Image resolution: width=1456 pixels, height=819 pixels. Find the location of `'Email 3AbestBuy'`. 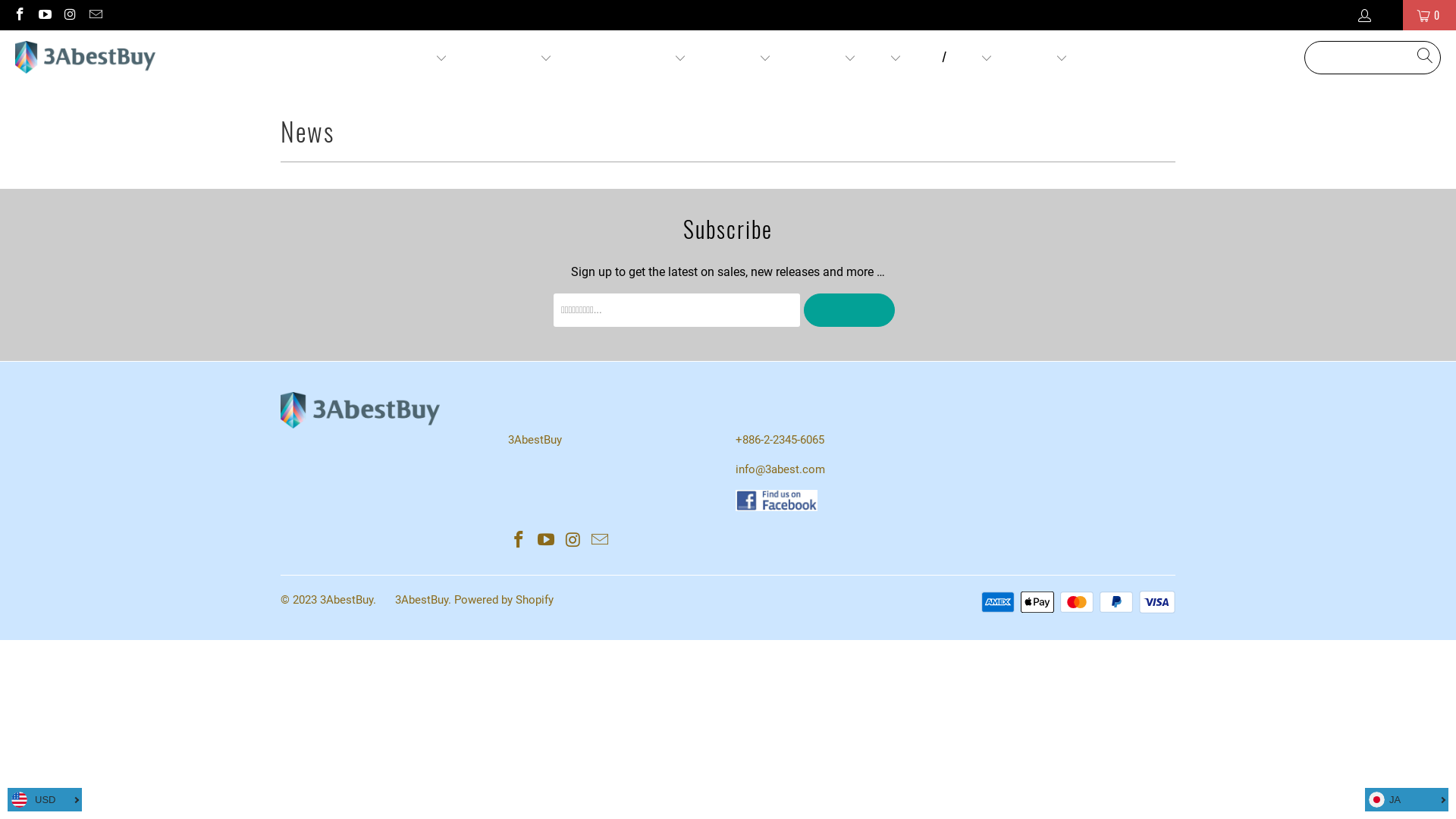

'Email 3AbestBuy' is located at coordinates (600, 540).